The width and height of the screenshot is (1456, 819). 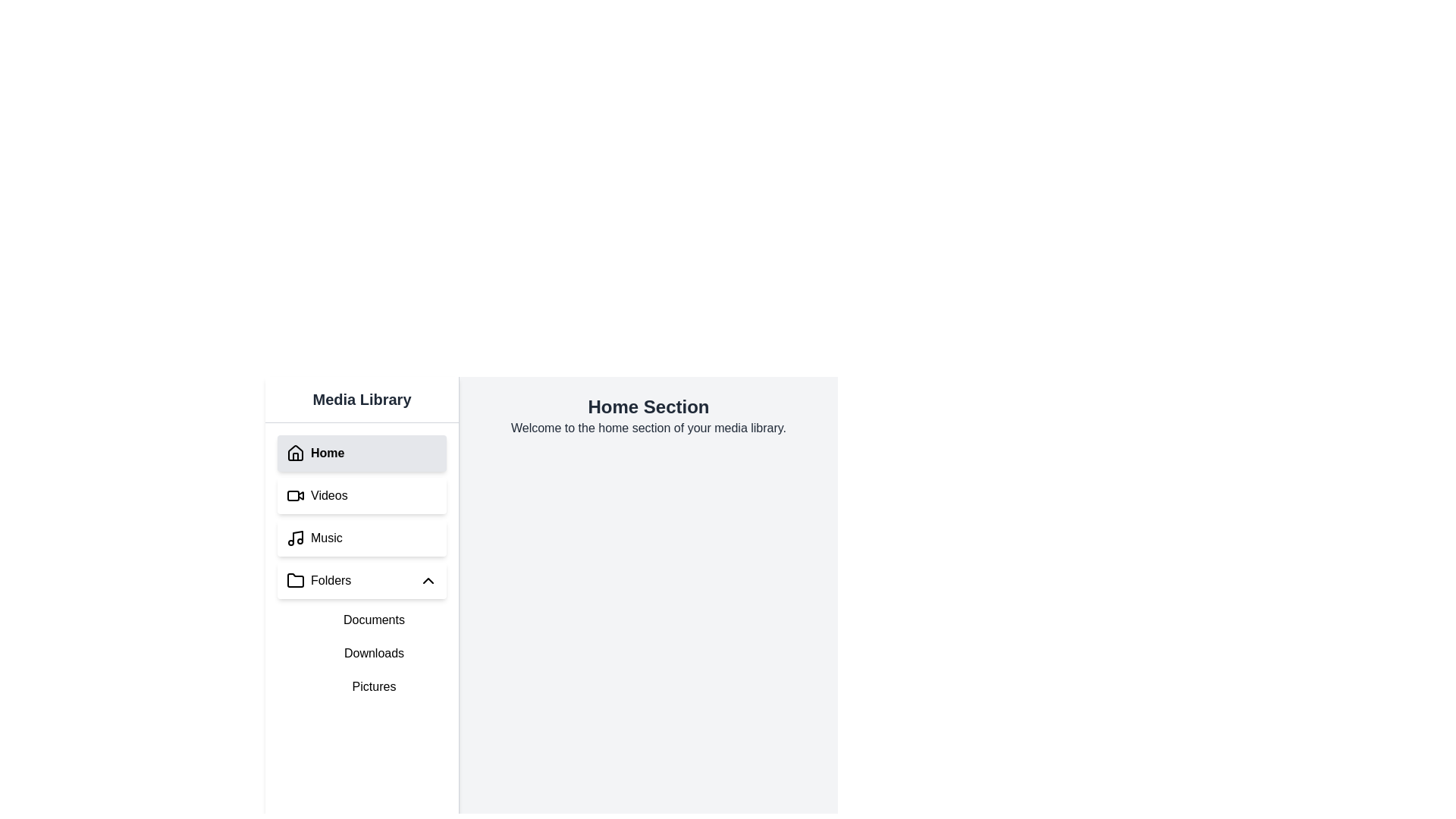 I want to click on the 'Home' navigation button label located in the left navigation panel under the 'Media Library' section, which is adjacent to a house icon, so click(x=327, y=452).